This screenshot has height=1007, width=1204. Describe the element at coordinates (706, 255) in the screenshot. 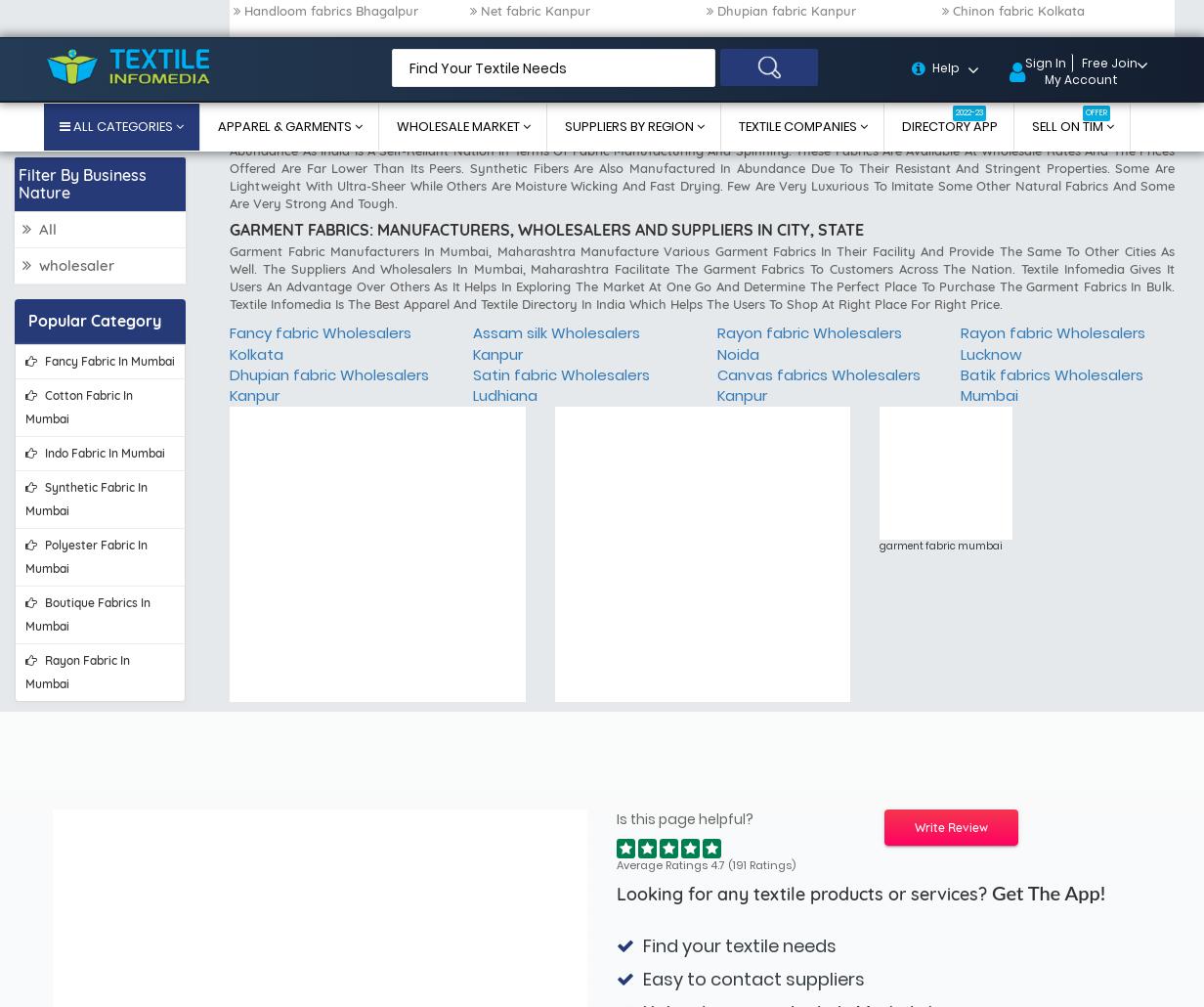

I see `'Average Ratings 4.7 (191 Ratings)'` at that location.